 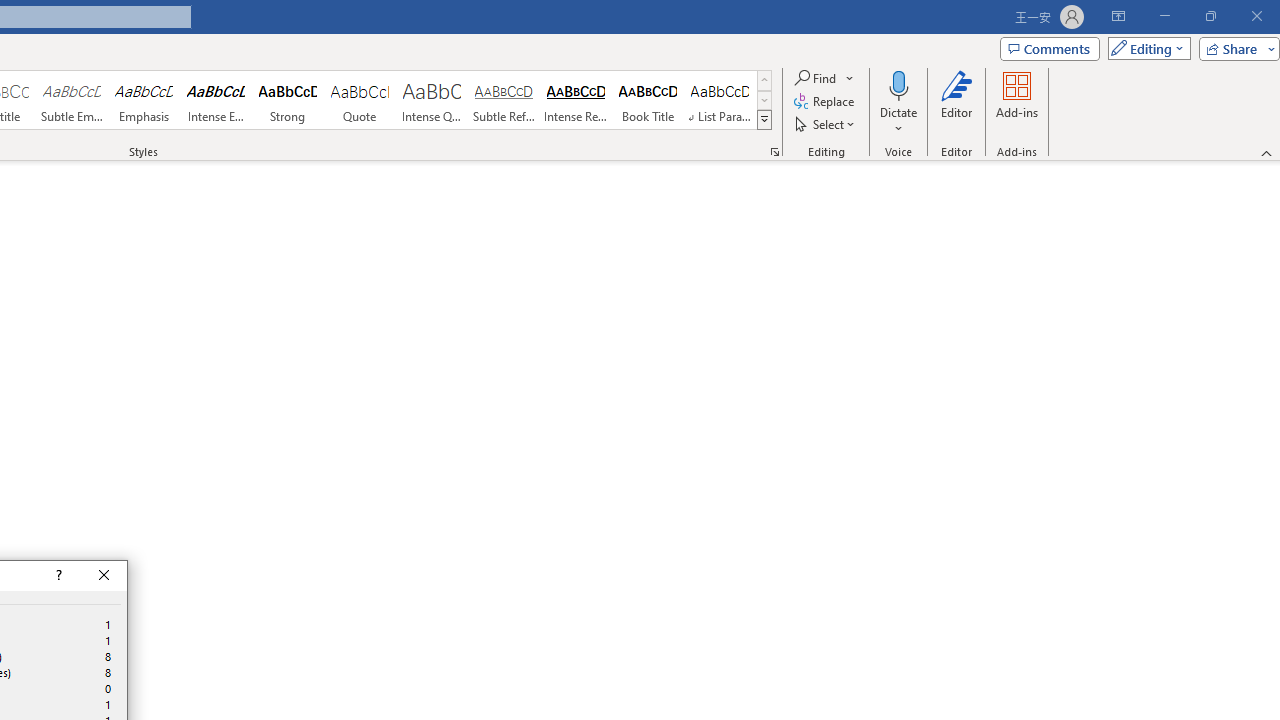 What do you see at coordinates (143, 100) in the screenshot?
I see `'Emphasis'` at bounding box center [143, 100].